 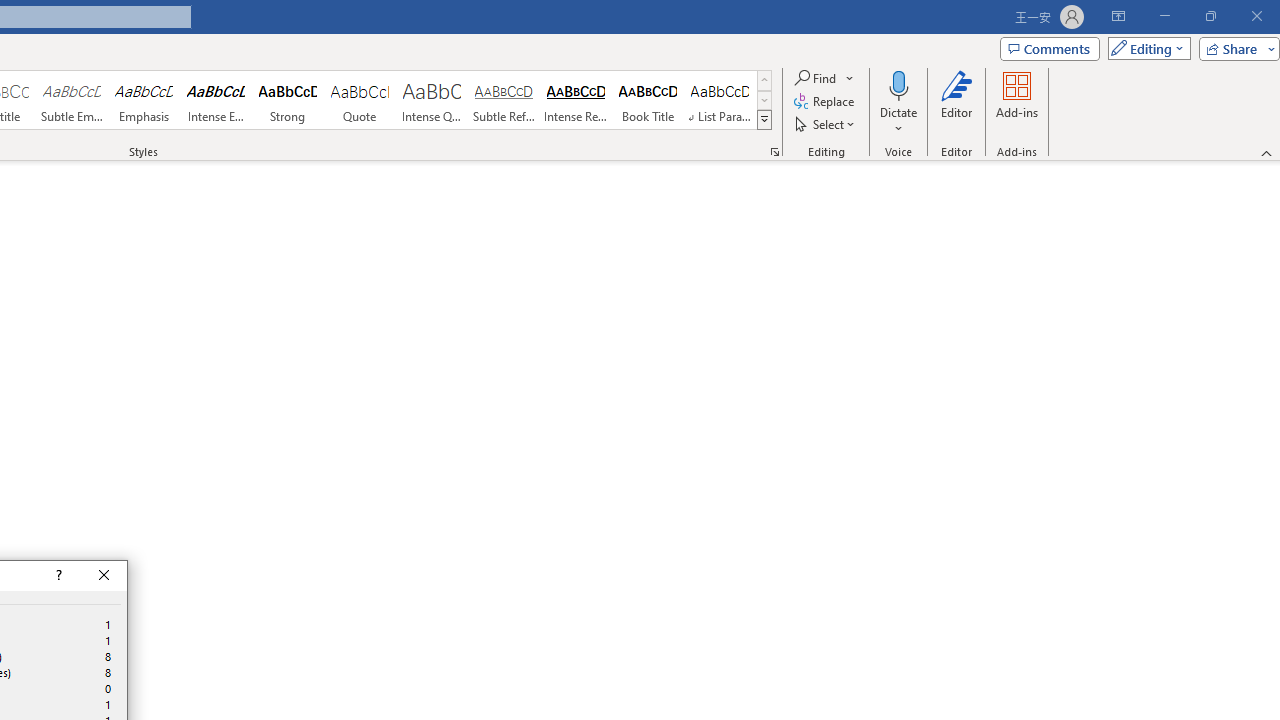 What do you see at coordinates (143, 100) in the screenshot?
I see `'Emphasis'` at bounding box center [143, 100].